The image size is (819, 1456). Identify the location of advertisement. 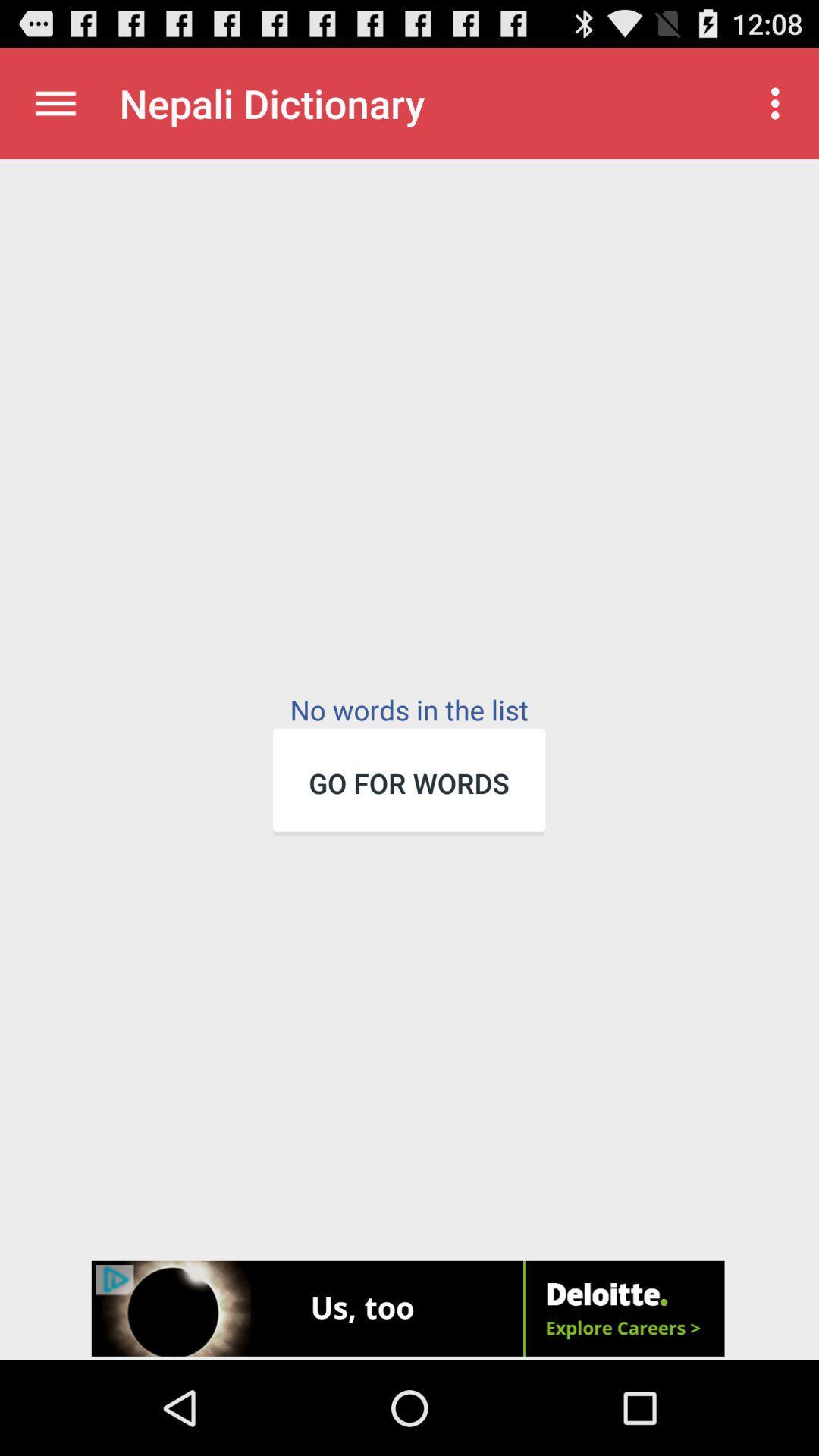
(409, 1310).